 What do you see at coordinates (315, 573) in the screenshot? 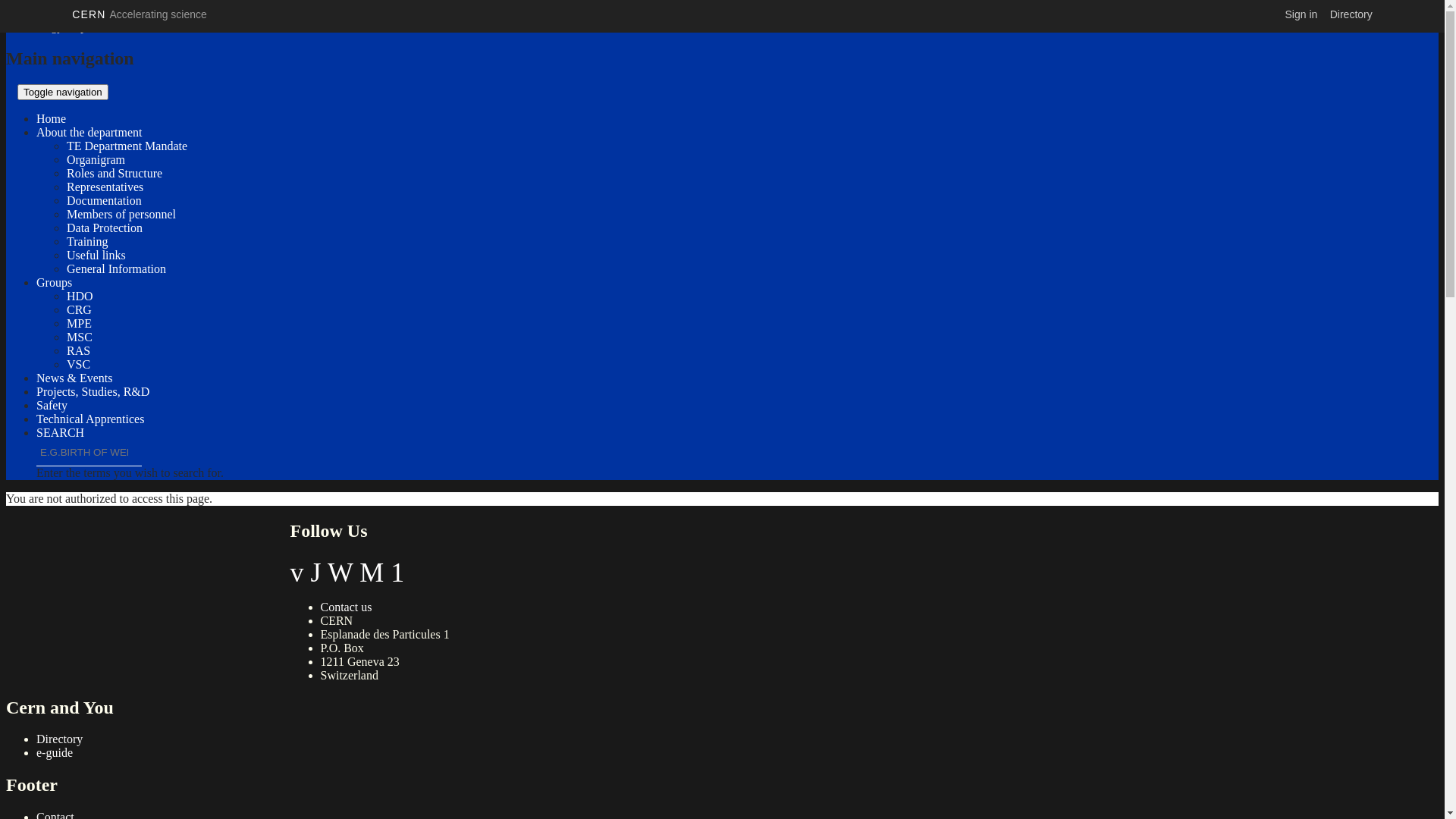
I see `'J'` at bounding box center [315, 573].